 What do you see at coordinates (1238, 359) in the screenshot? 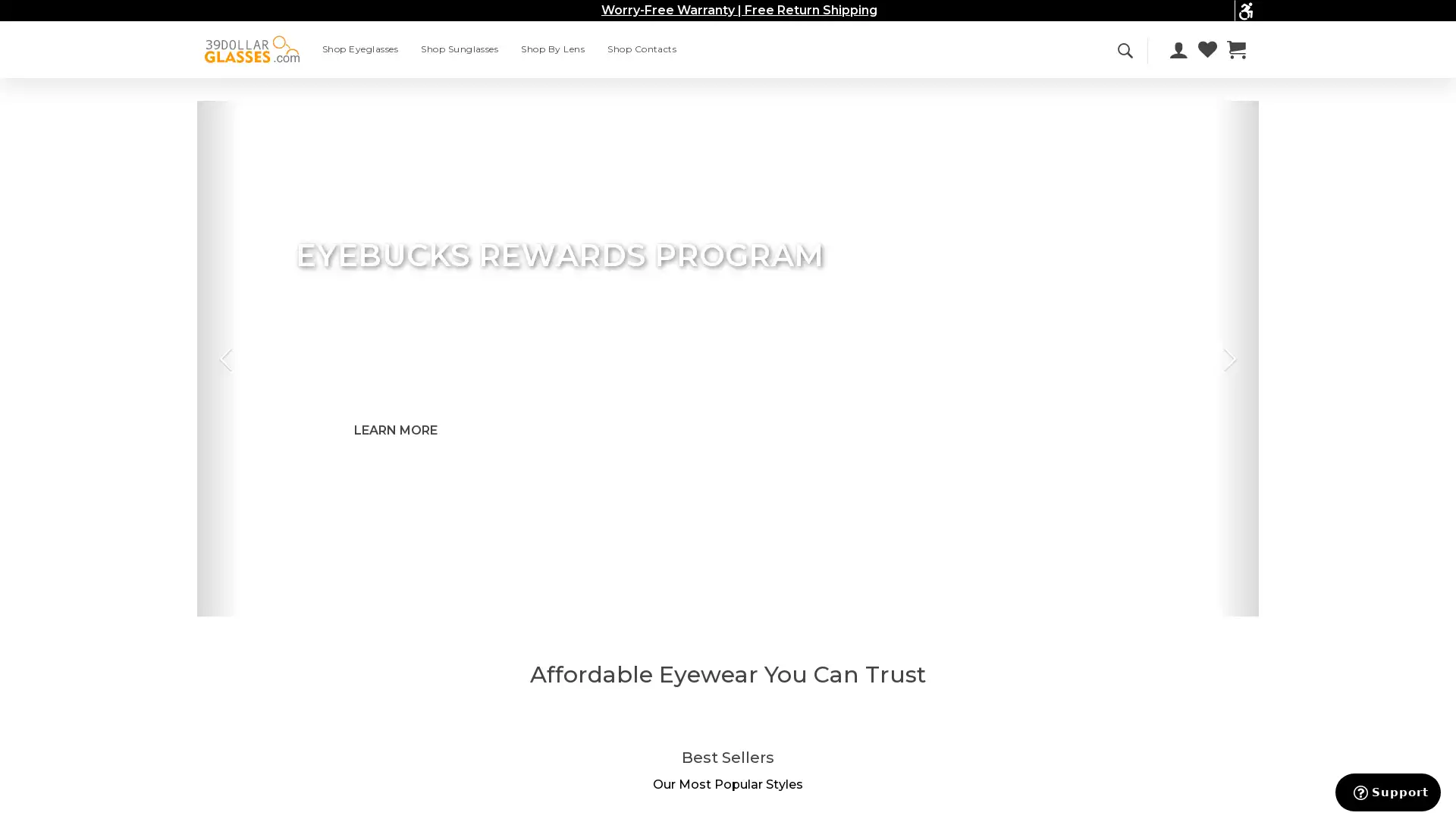
I see `Next` at bounding box center [1238, 359].